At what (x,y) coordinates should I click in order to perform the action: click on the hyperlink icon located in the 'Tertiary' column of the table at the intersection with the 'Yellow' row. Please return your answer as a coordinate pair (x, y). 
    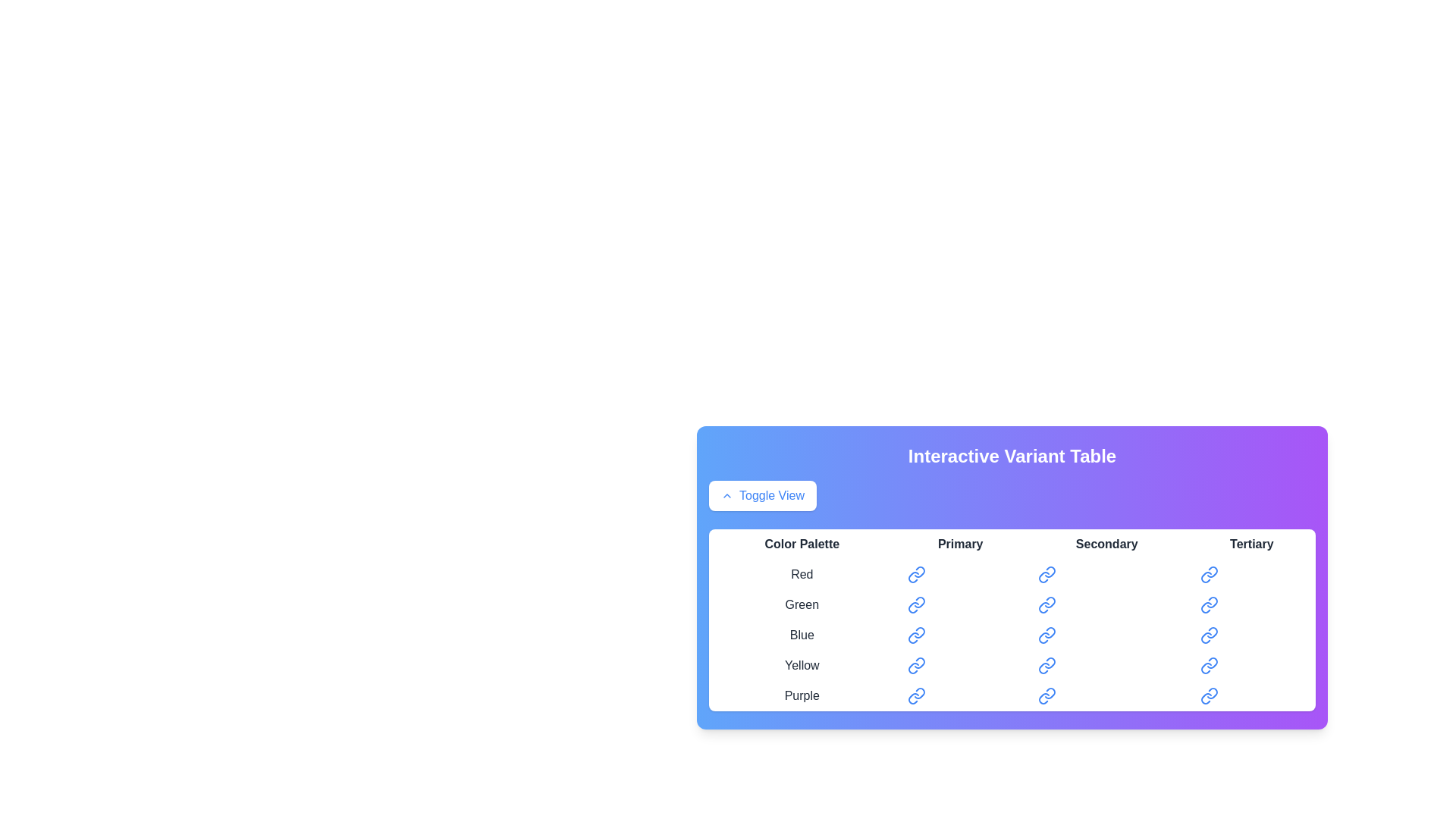
    Looking at the image, I should click on (1208, 665).